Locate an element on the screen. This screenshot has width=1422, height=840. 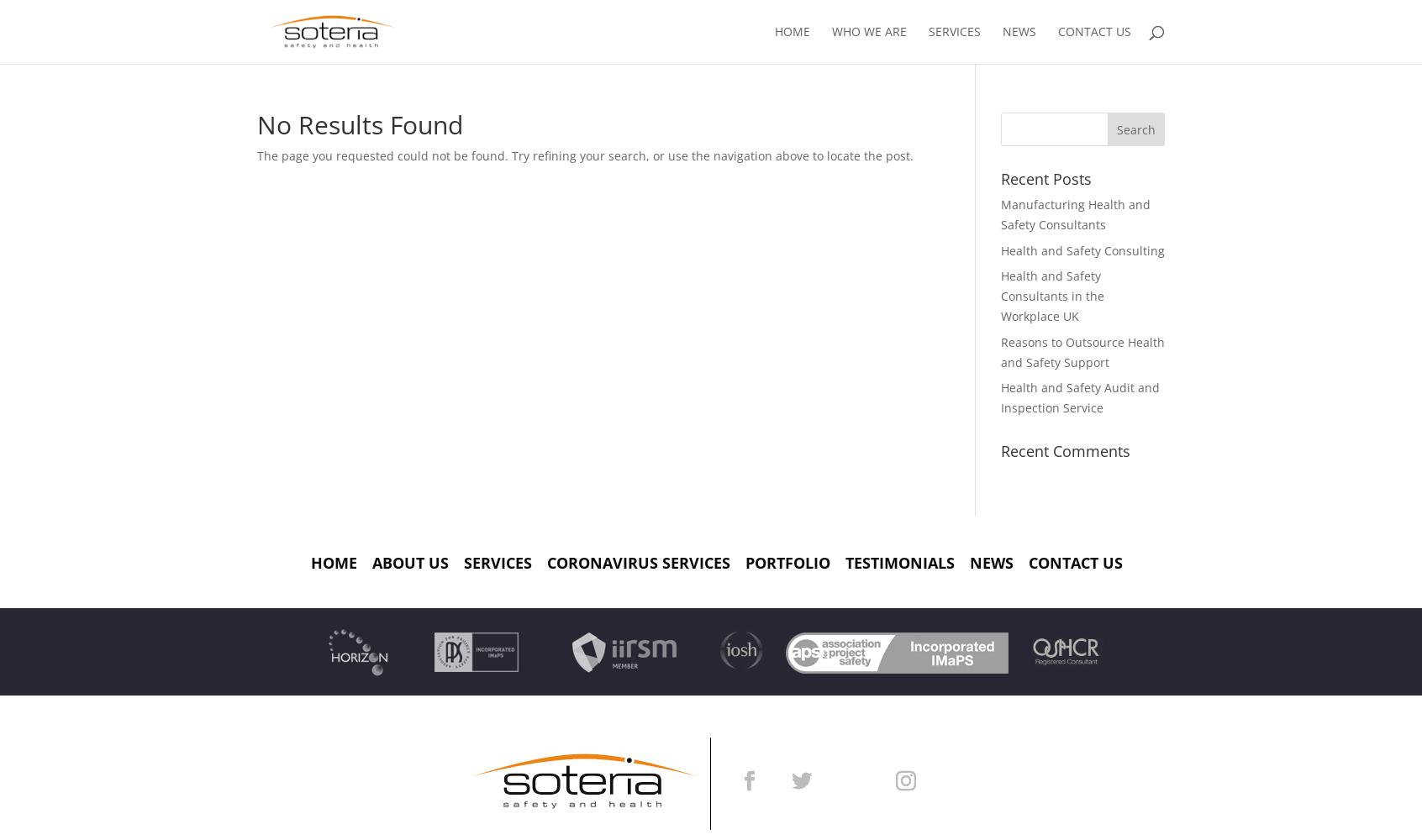
'Testimonials' is located at coordinates (900, 562).